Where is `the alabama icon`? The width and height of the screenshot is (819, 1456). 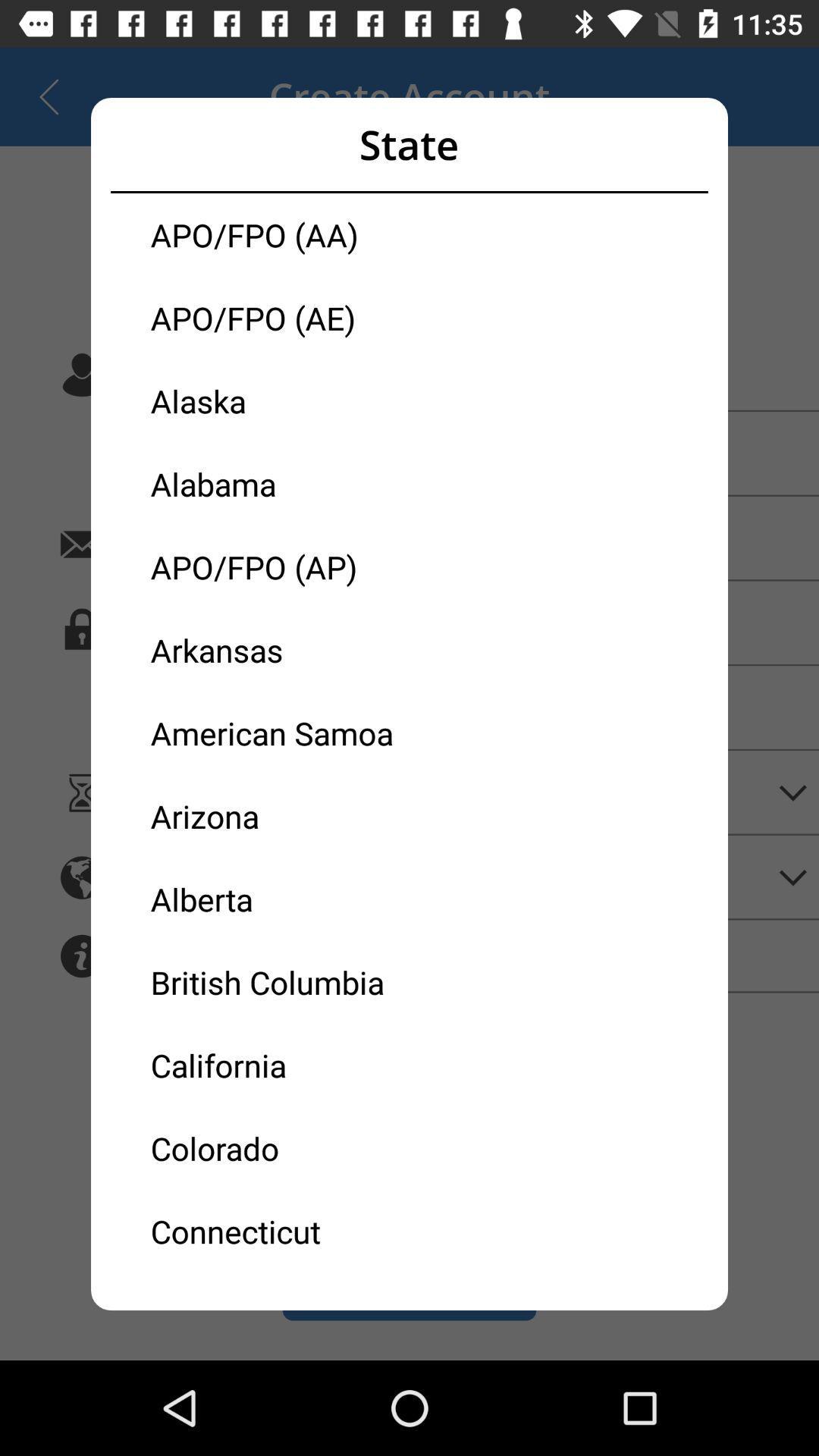
the alabama icon is located at coordinates (280, 483).